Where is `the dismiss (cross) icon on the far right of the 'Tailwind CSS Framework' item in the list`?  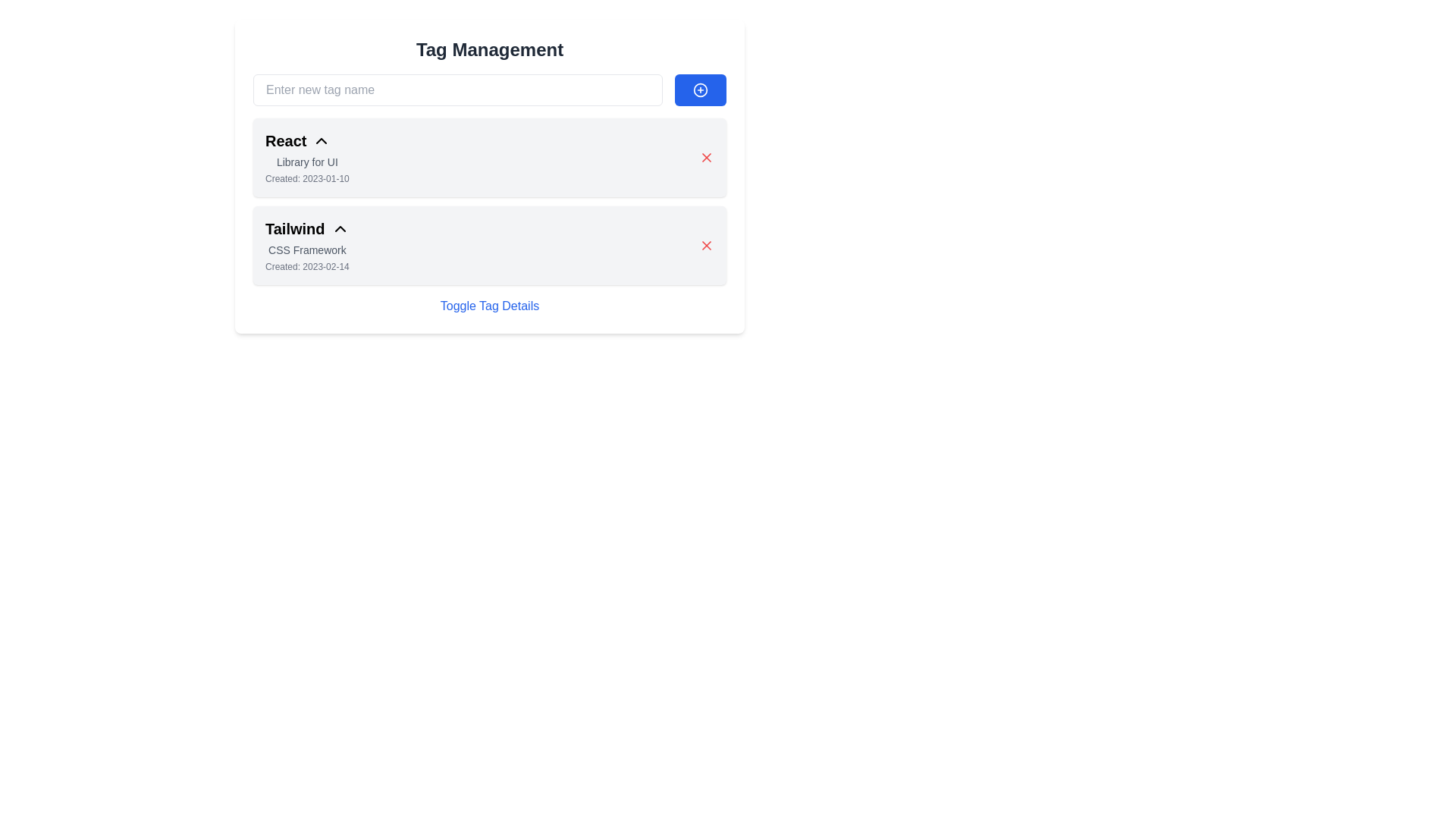 the dismiss (cross) icon on the far right of the 'Tailwind CSS Framework' item in the list is located at coordinates (705, 245).